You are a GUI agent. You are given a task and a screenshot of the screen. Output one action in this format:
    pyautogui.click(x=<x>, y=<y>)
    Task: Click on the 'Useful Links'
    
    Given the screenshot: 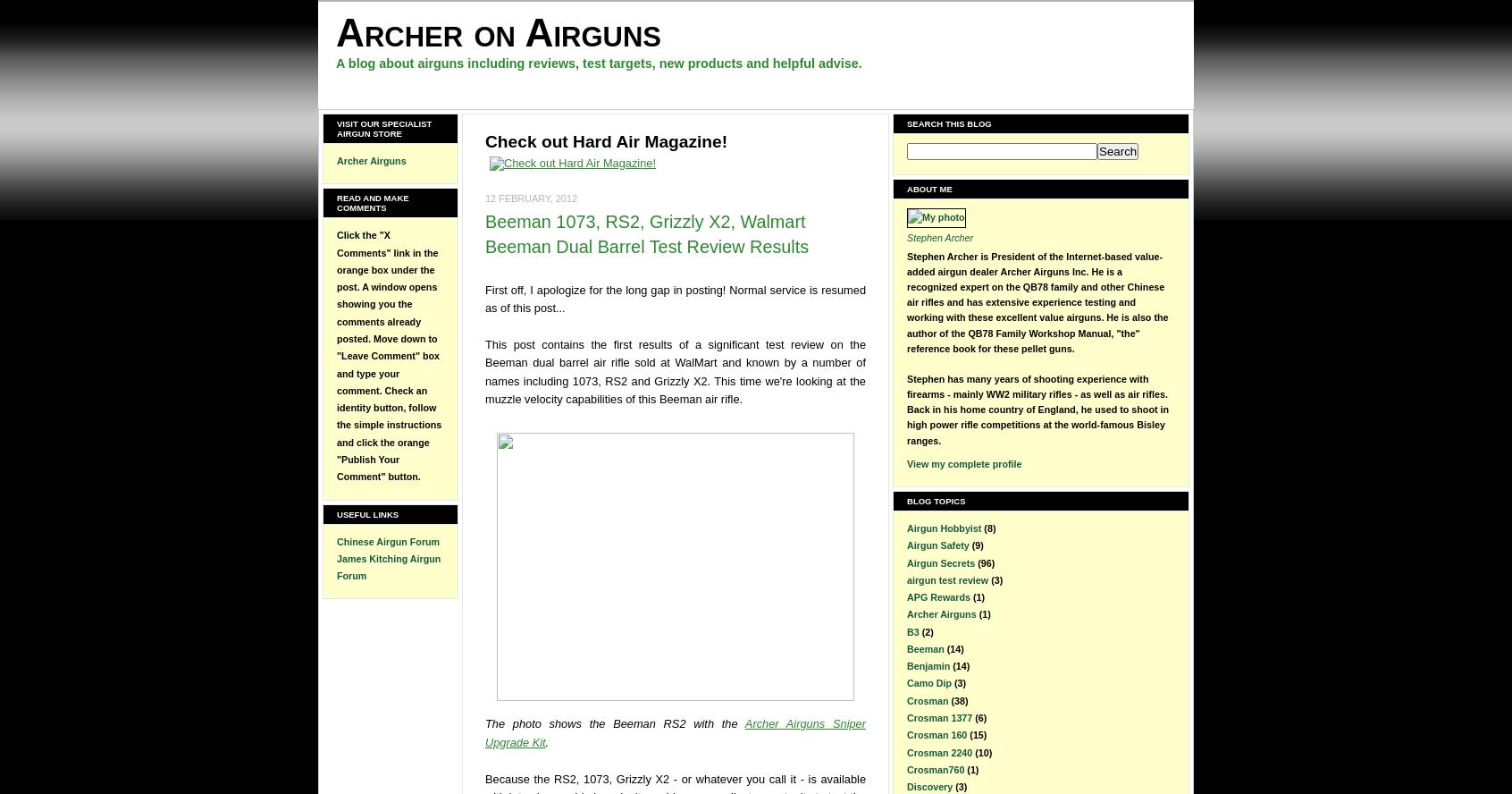 What is the action you would take?
    pyautogui.click(x=367, y=513)
    